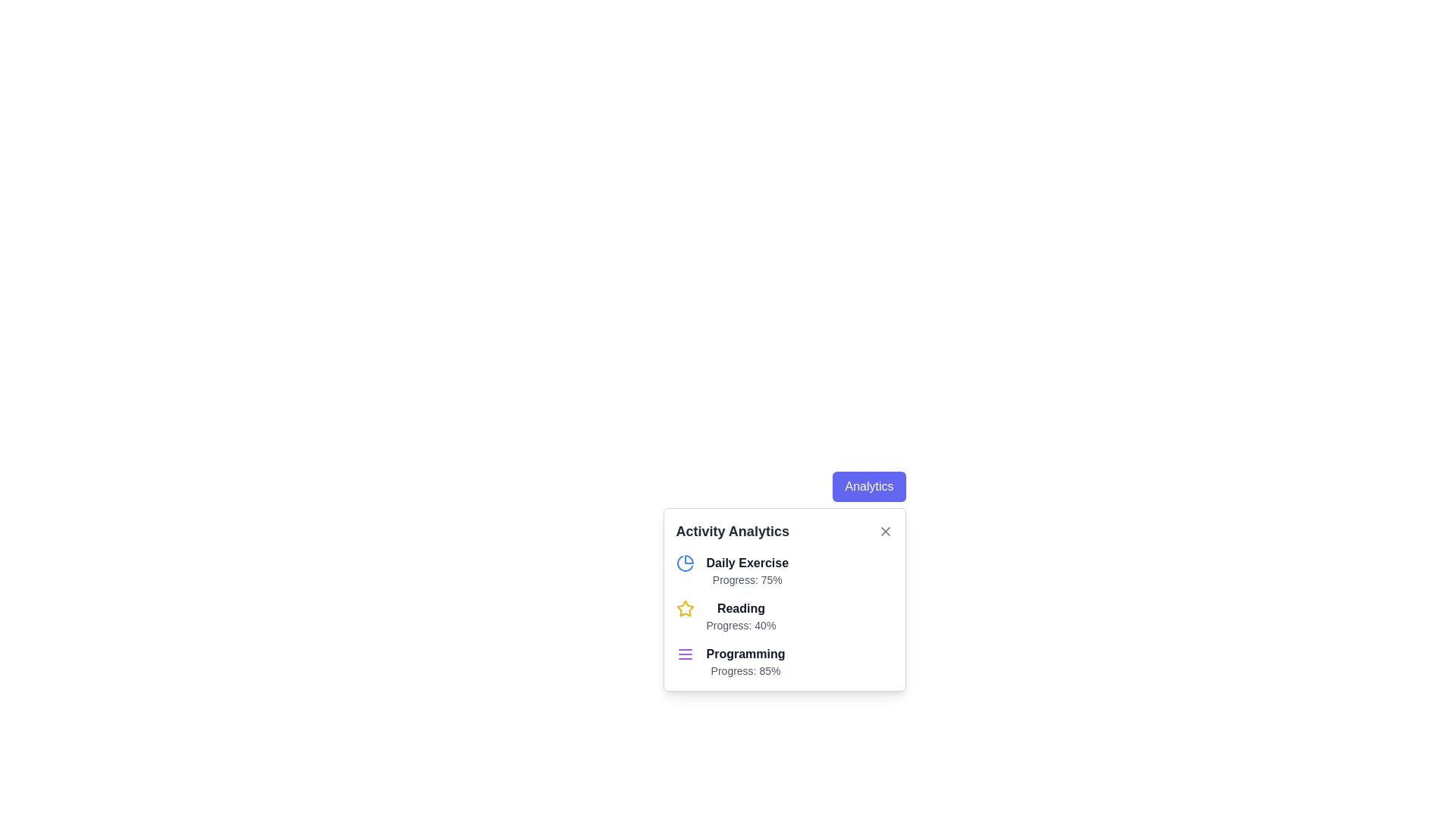 The width and height of the screenshot is (1456, 819). I want to click on label text that serves as a title for the specific entry in the 'Activity Analytics' section, located above the text 'Progress: 85%', so click(745, 654).